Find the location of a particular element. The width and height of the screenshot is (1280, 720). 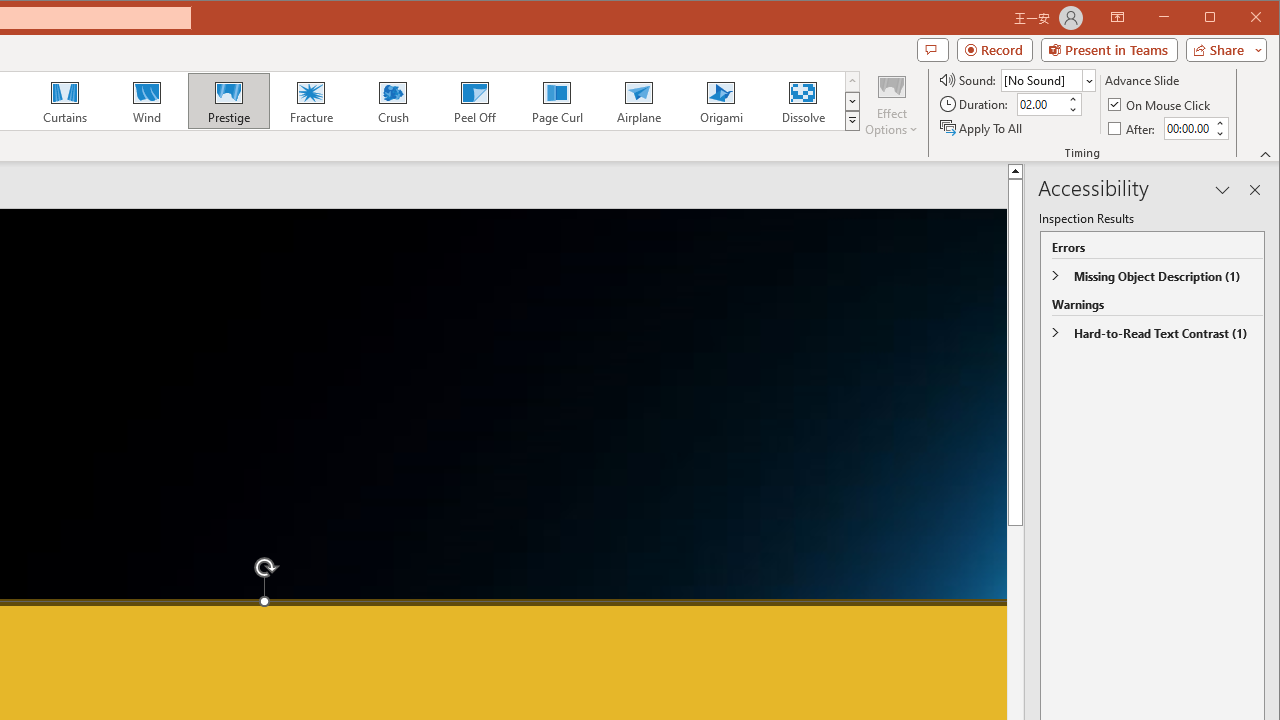

'Wind' is located at coordinates (146, 100).